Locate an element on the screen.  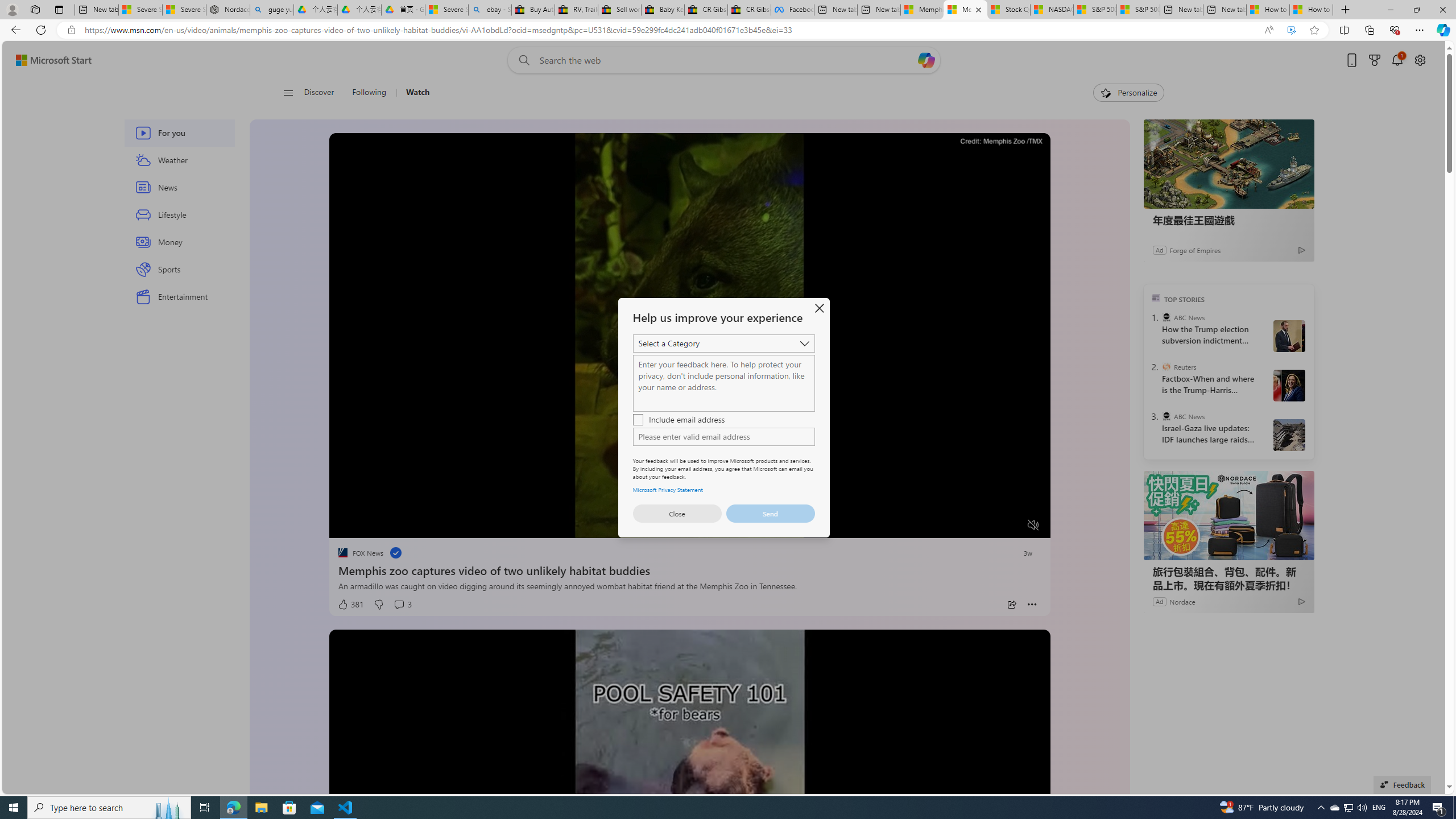
'Microsoft Privacy Statement' is located at coordinates (667, 489).